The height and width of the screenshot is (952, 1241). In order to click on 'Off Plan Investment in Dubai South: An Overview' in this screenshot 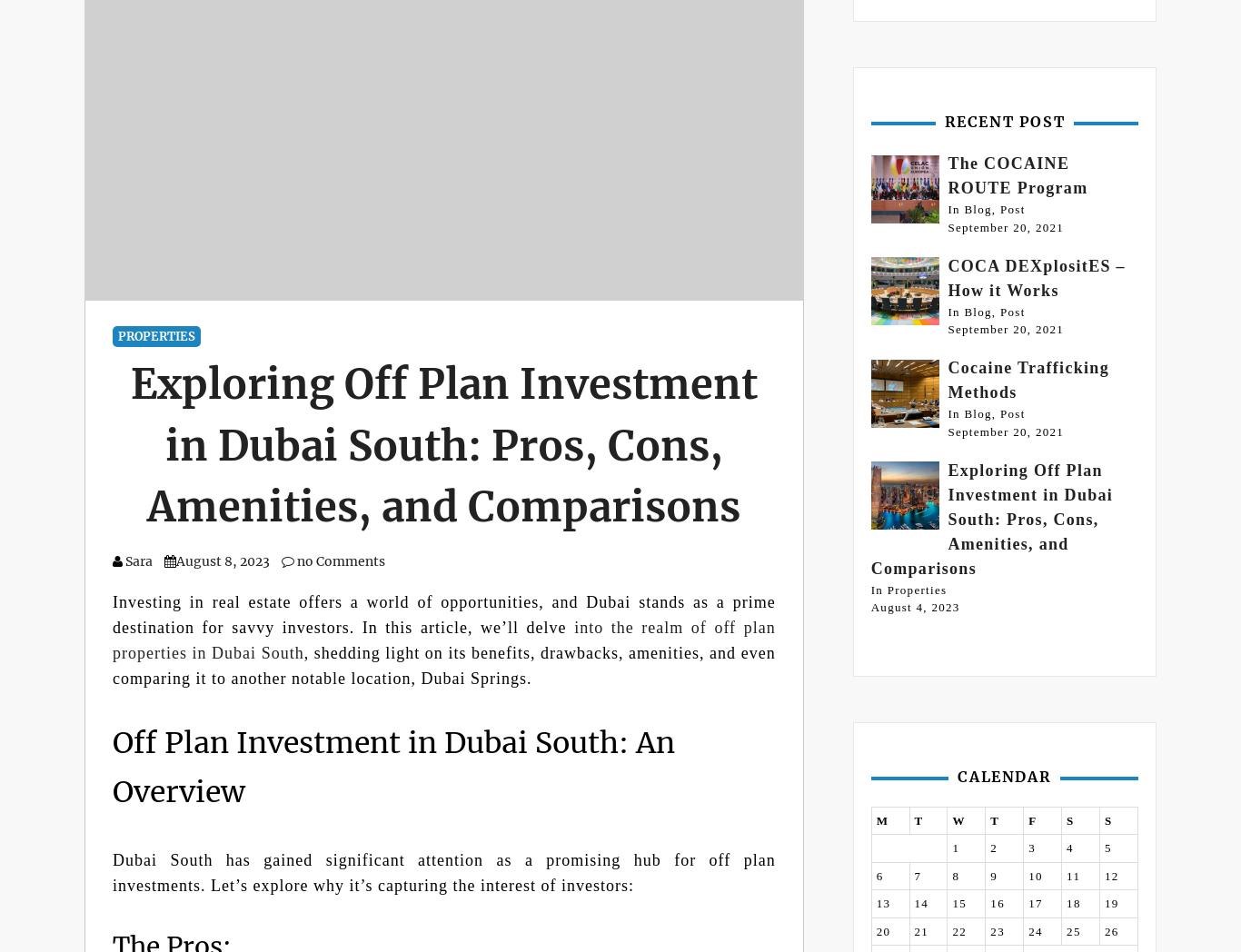, I will do `click(392, 767)`.